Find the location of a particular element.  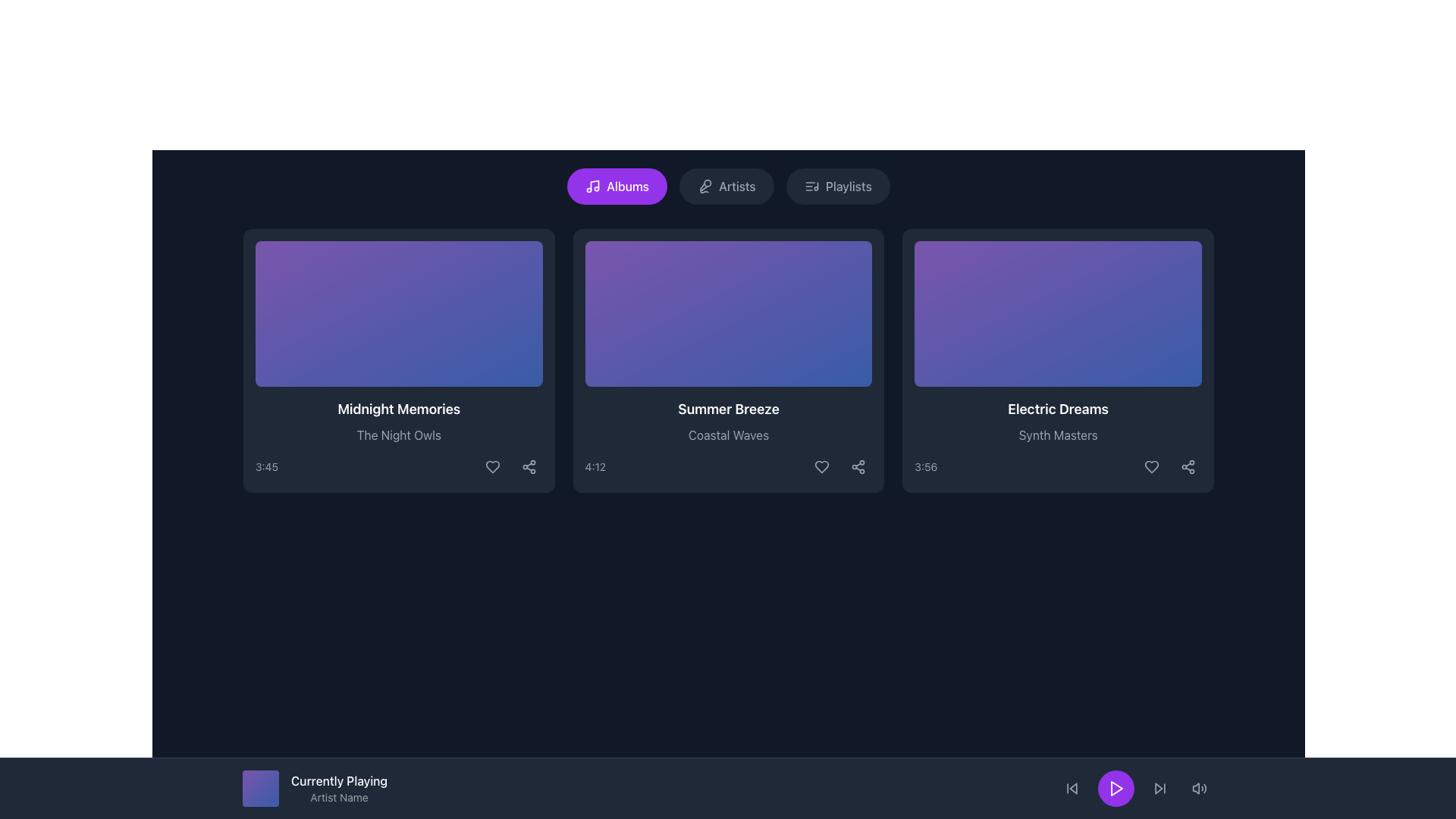

the title text label of the music album located in the second card of the grid layout under the 'Albums' section is located at coordinates (728, 409).